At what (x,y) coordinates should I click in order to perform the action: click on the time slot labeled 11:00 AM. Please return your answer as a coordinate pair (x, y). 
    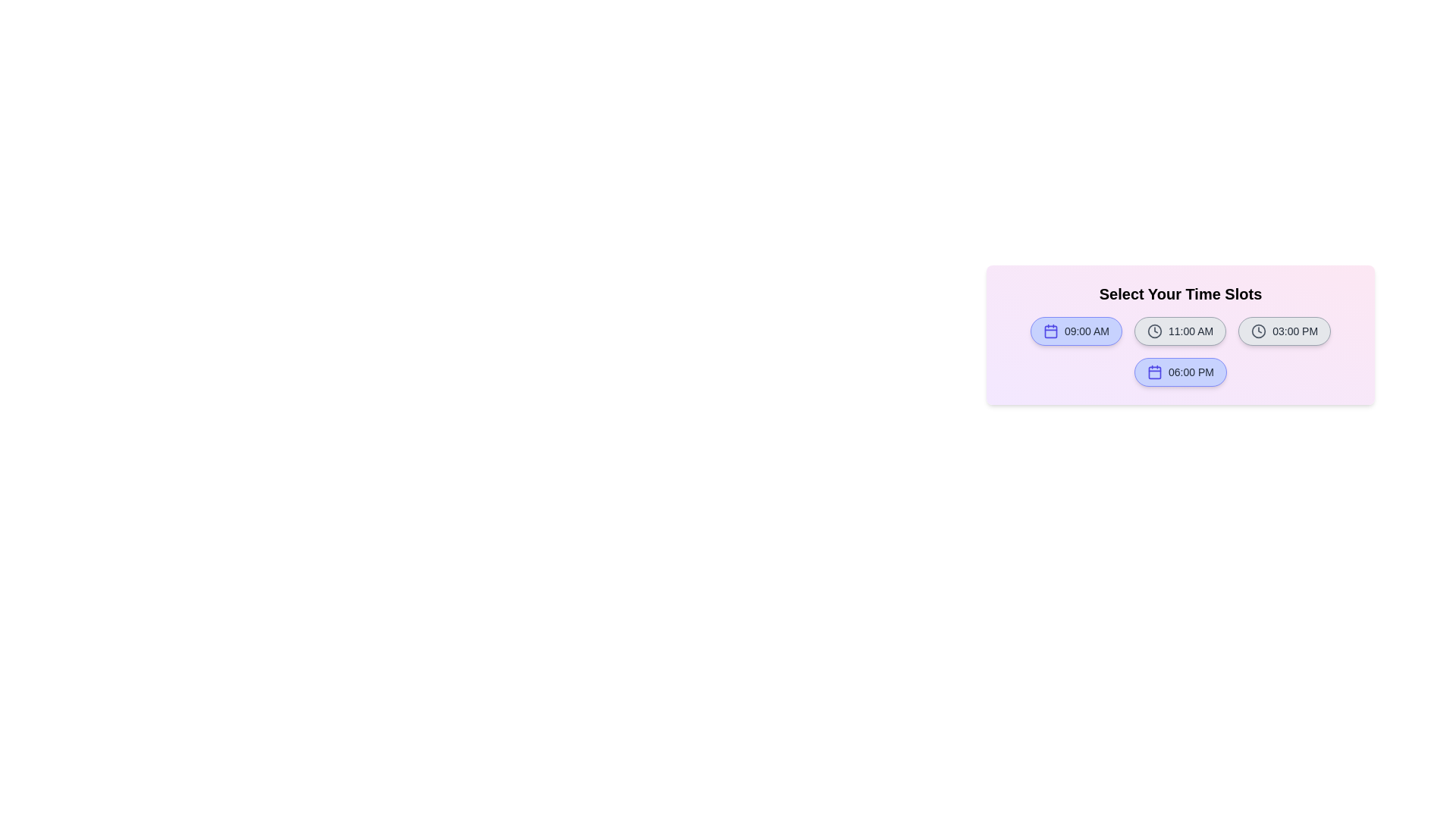
    Looking at the image, I should click on (1178, 330).